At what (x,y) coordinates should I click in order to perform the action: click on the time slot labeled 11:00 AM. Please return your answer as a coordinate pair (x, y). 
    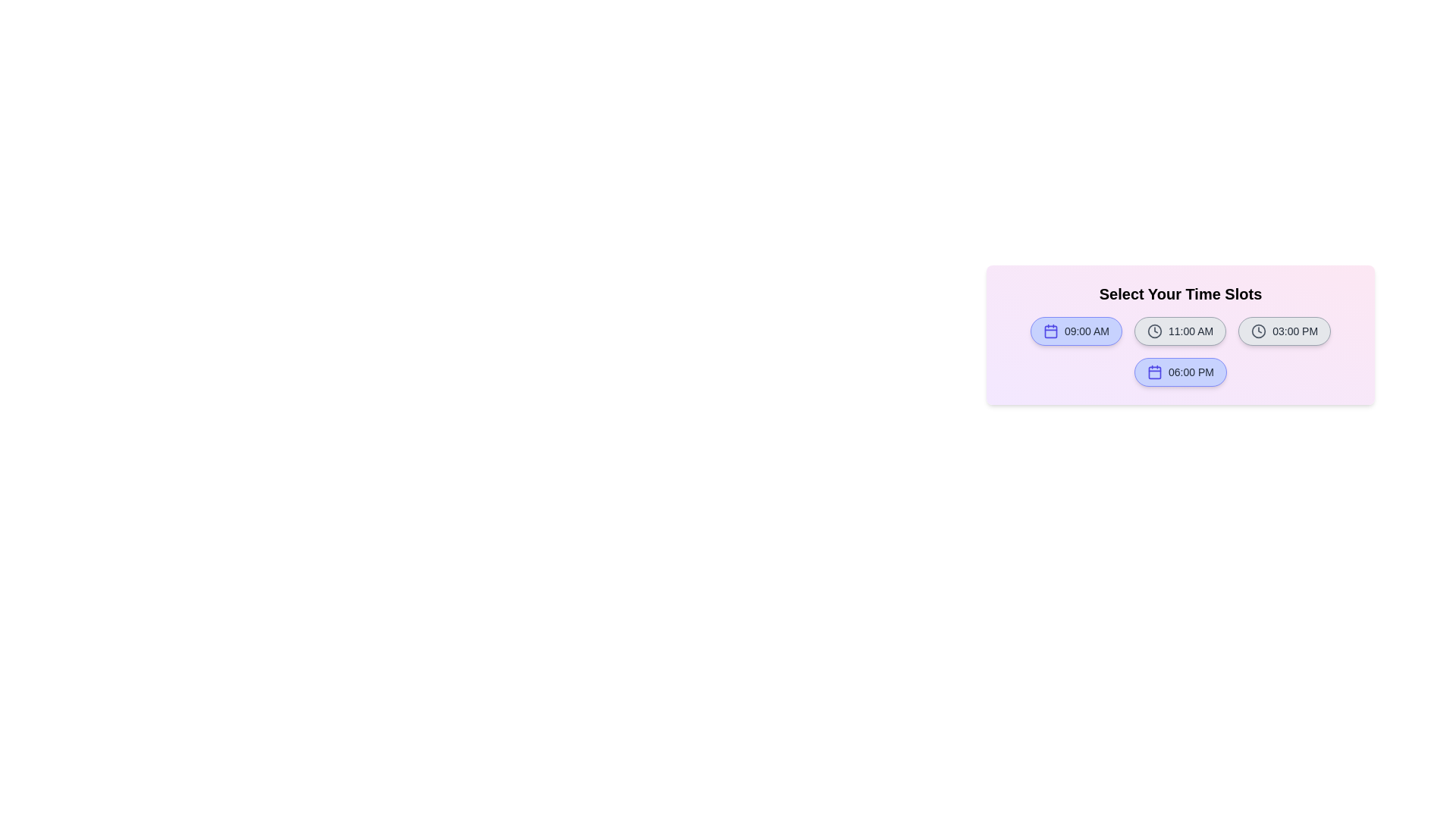
    Looking at the image, I should click on (1178, 330).